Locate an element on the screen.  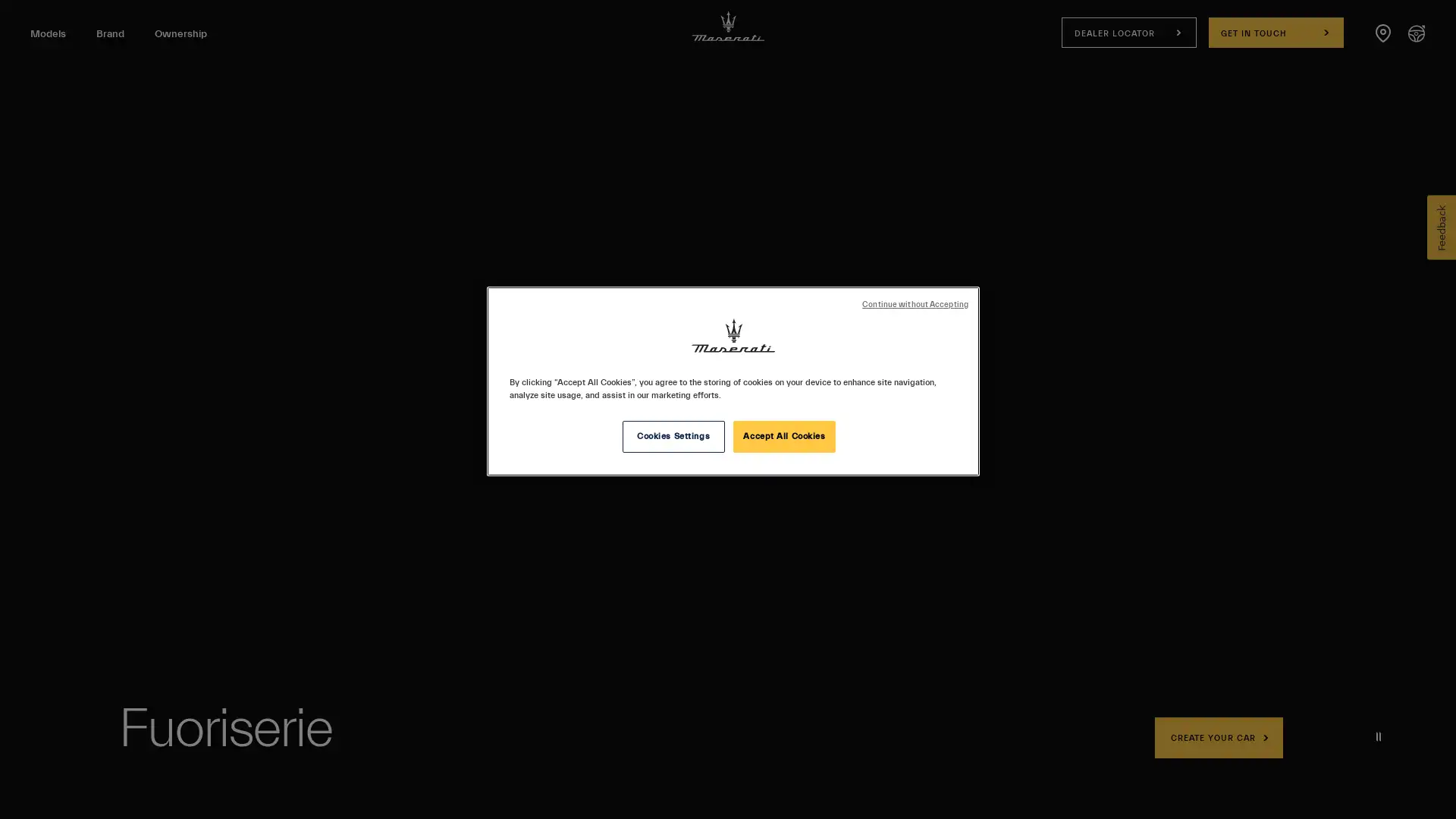
Accept All Cookies is located at coordinates (784, 436).